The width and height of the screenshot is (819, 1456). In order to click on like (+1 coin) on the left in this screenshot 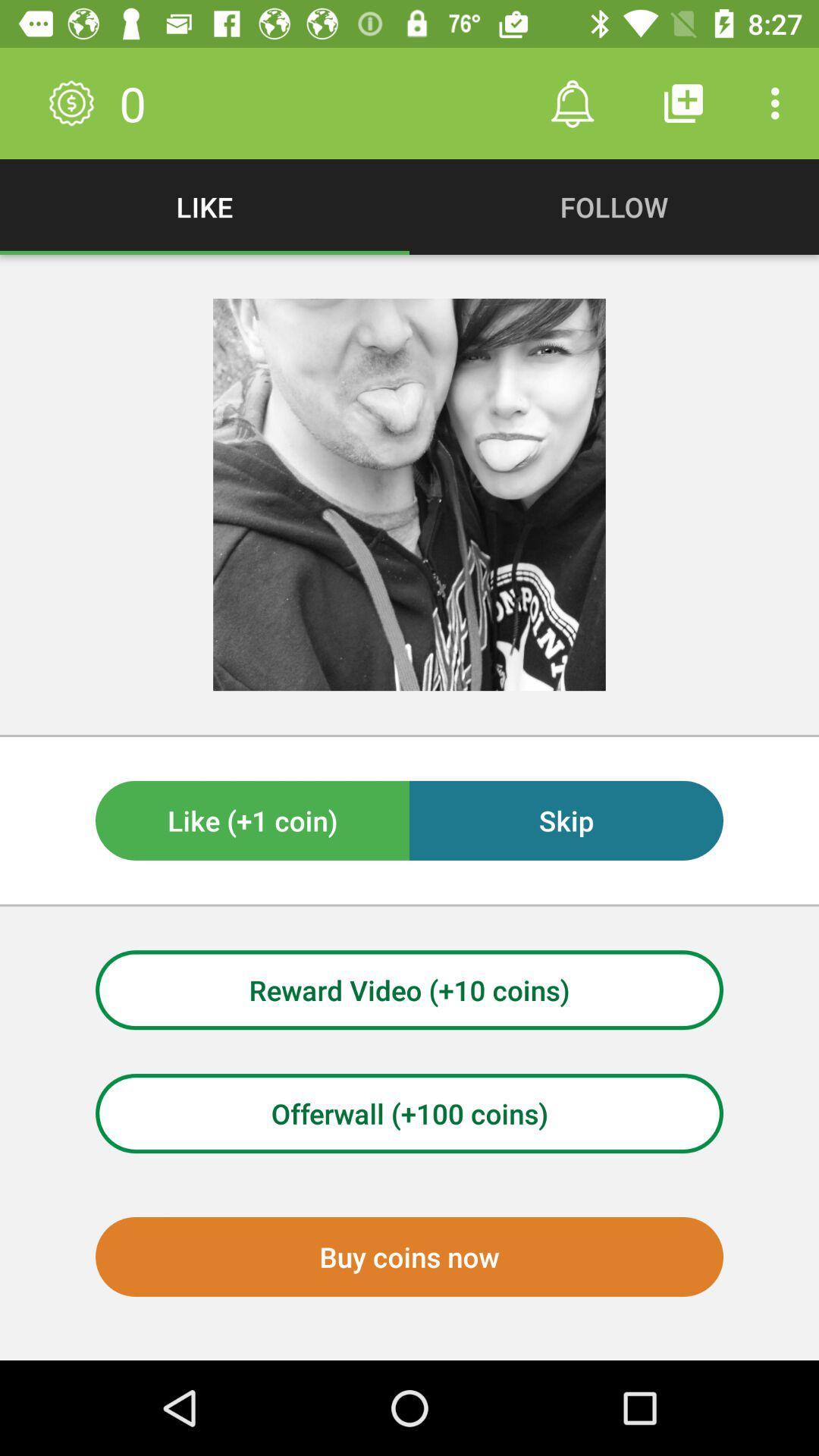, I will do `click(251, 820)`.